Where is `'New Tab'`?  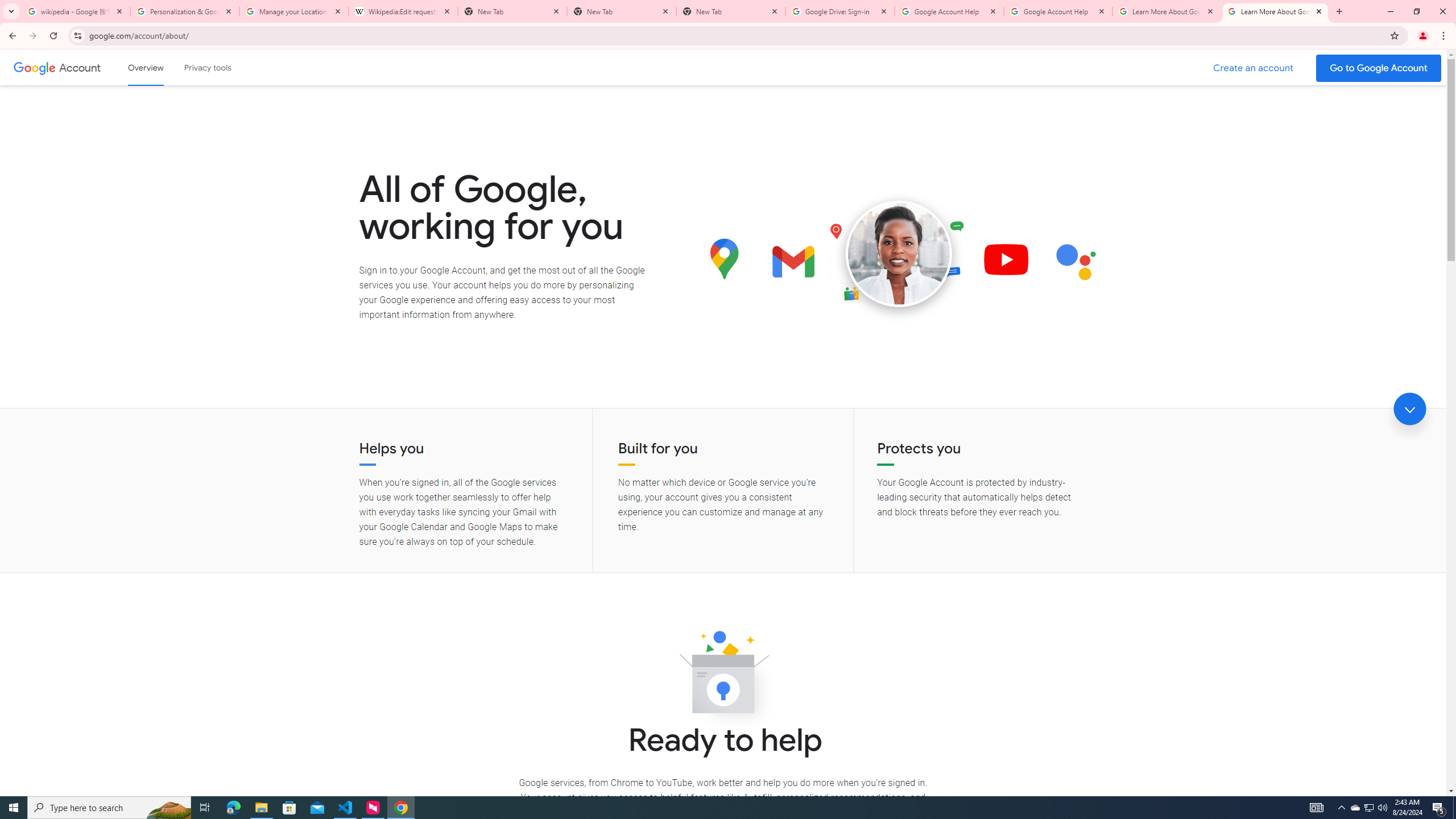
'New Tab' is located at coordinates (621, 11).